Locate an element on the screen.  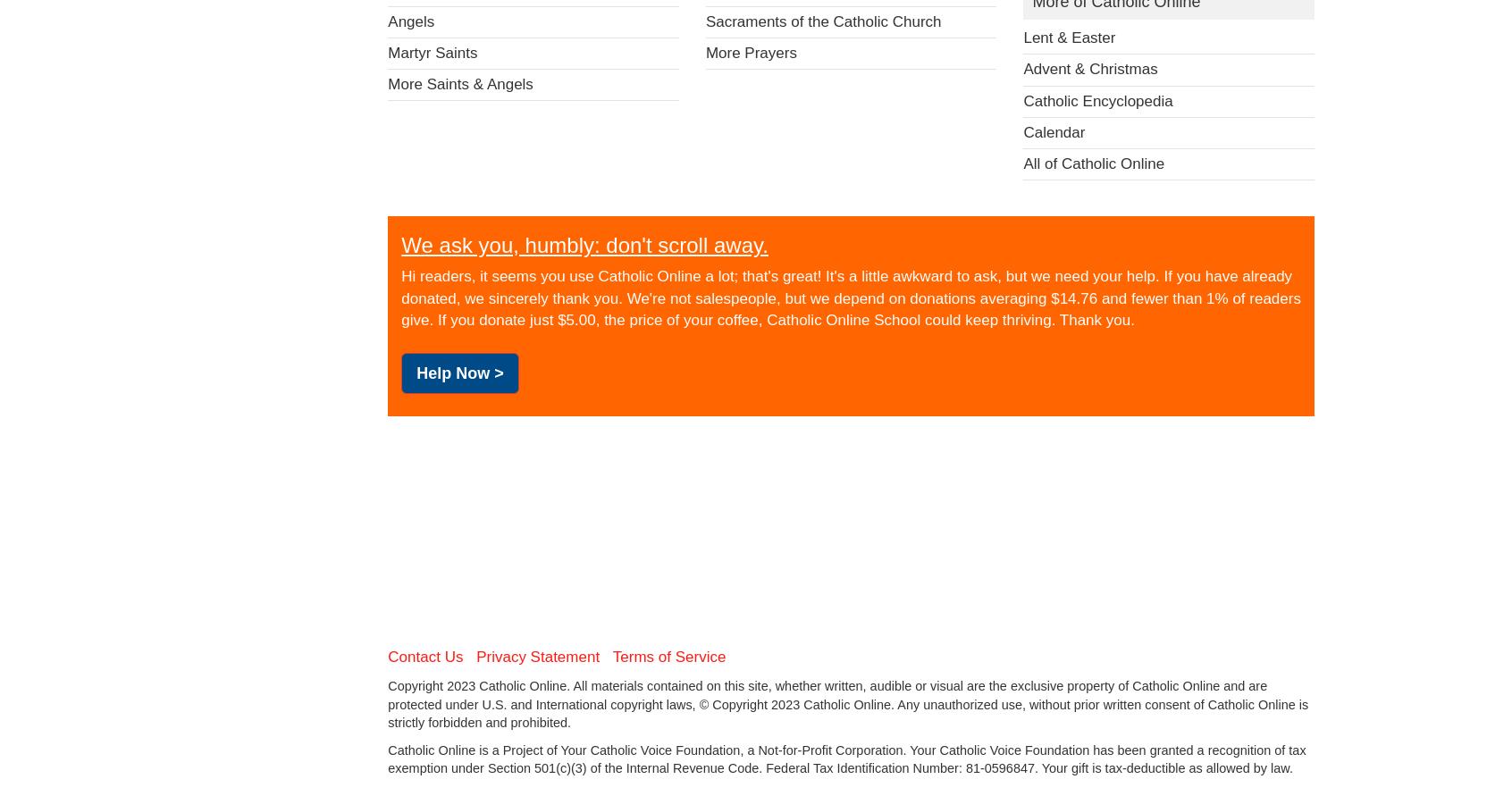
'Privacy Statement' is located at coordinates (537, 656).